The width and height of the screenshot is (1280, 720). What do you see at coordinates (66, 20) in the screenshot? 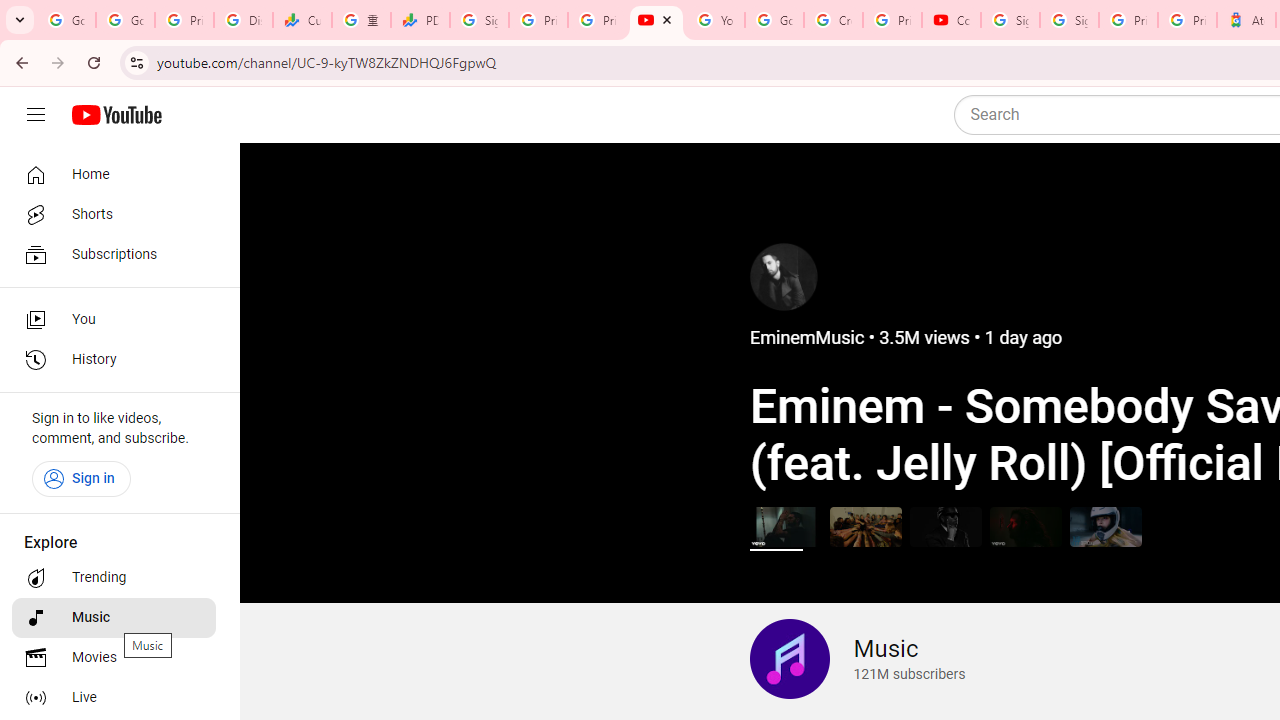
I see `'Google Workspace Admin Community'` at bounding box center [66, 20].